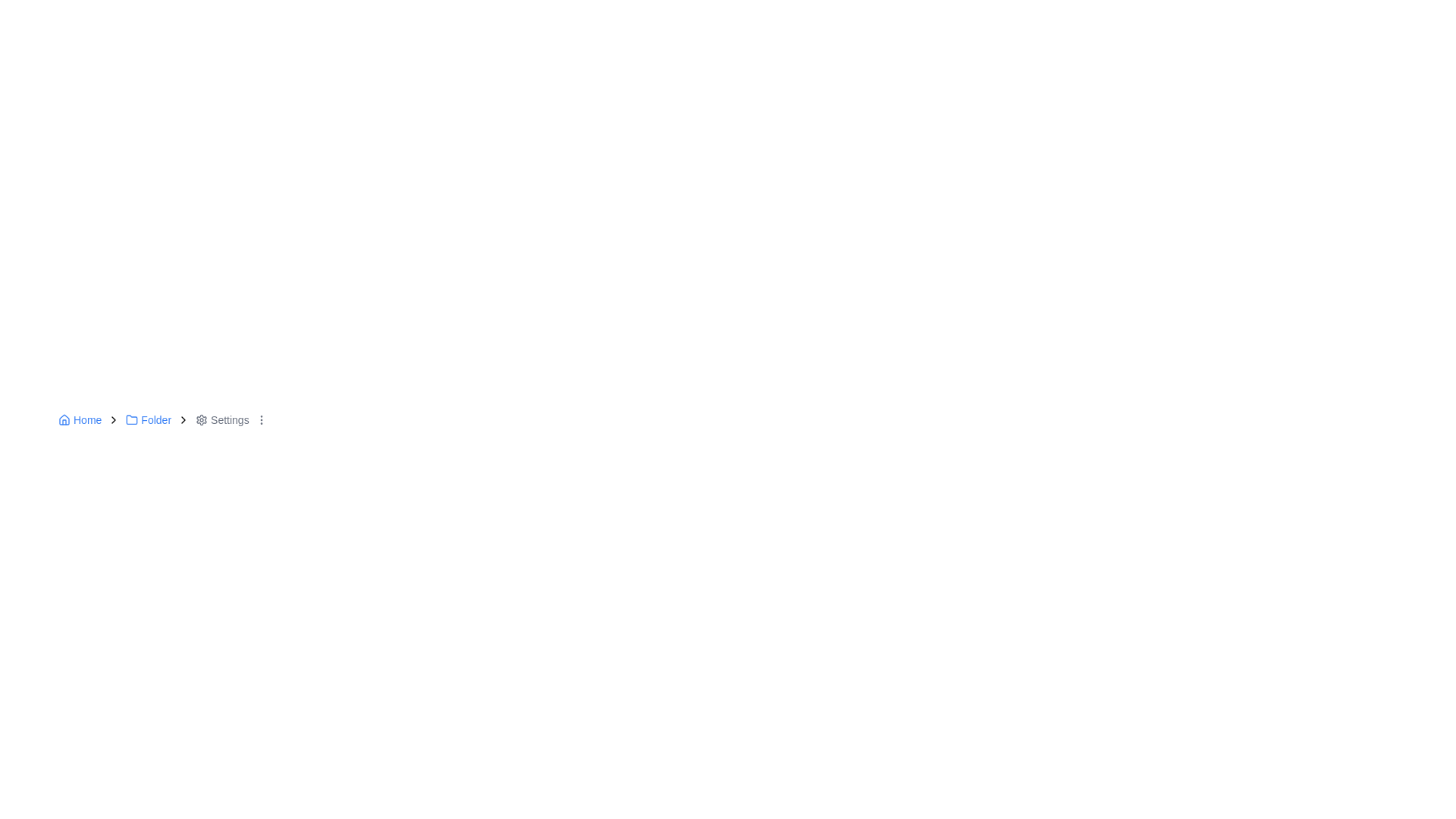 The height and width of the screenshot is (819, 1456). I want to click on the blue house icon in the breadcrumb navigation, so click(64, 420).